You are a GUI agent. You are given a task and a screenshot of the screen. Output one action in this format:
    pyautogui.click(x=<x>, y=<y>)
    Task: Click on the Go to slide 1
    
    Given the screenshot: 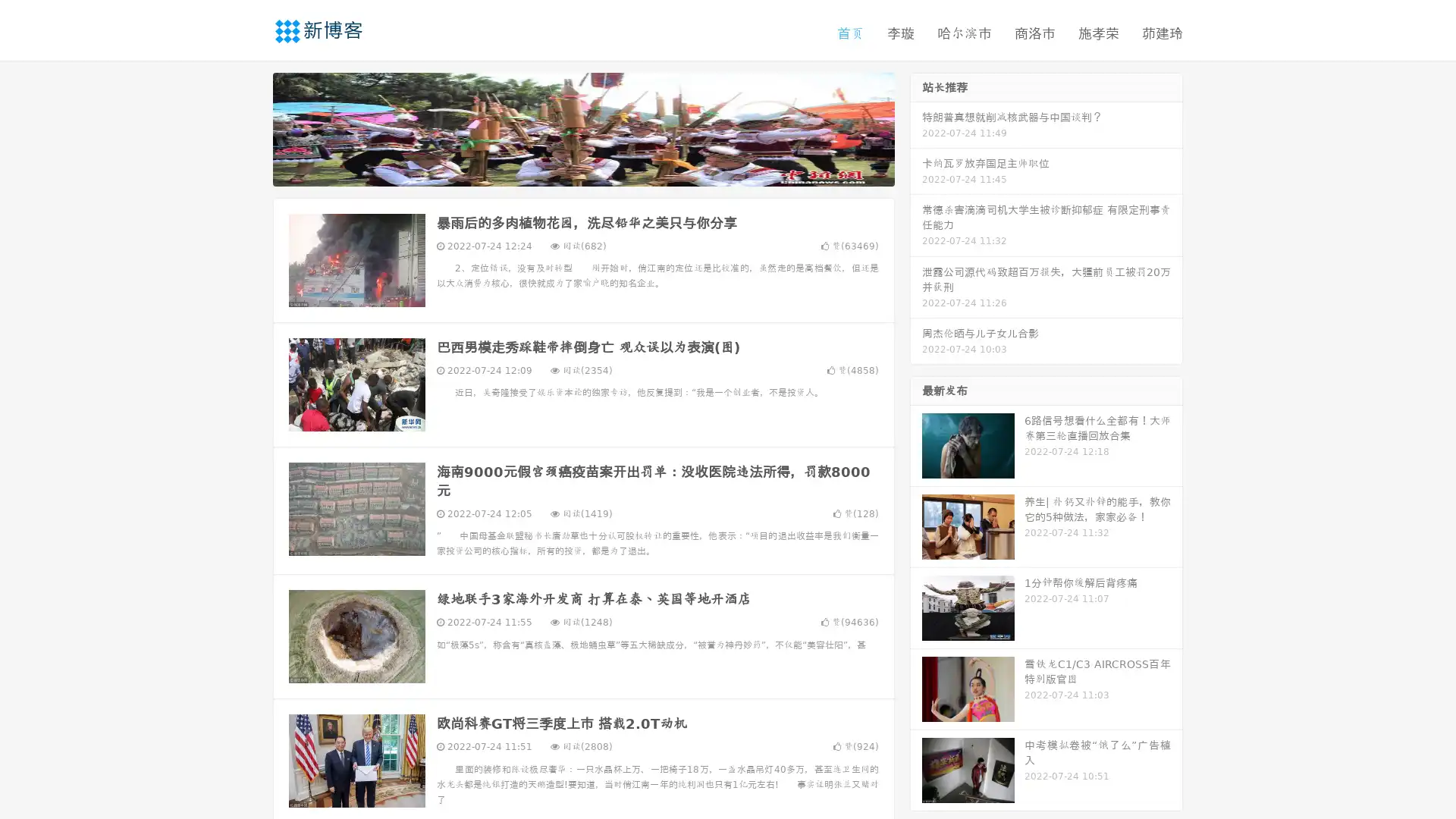 What is the action you would take?
    pyautogui.click(x=567, y=171)
    